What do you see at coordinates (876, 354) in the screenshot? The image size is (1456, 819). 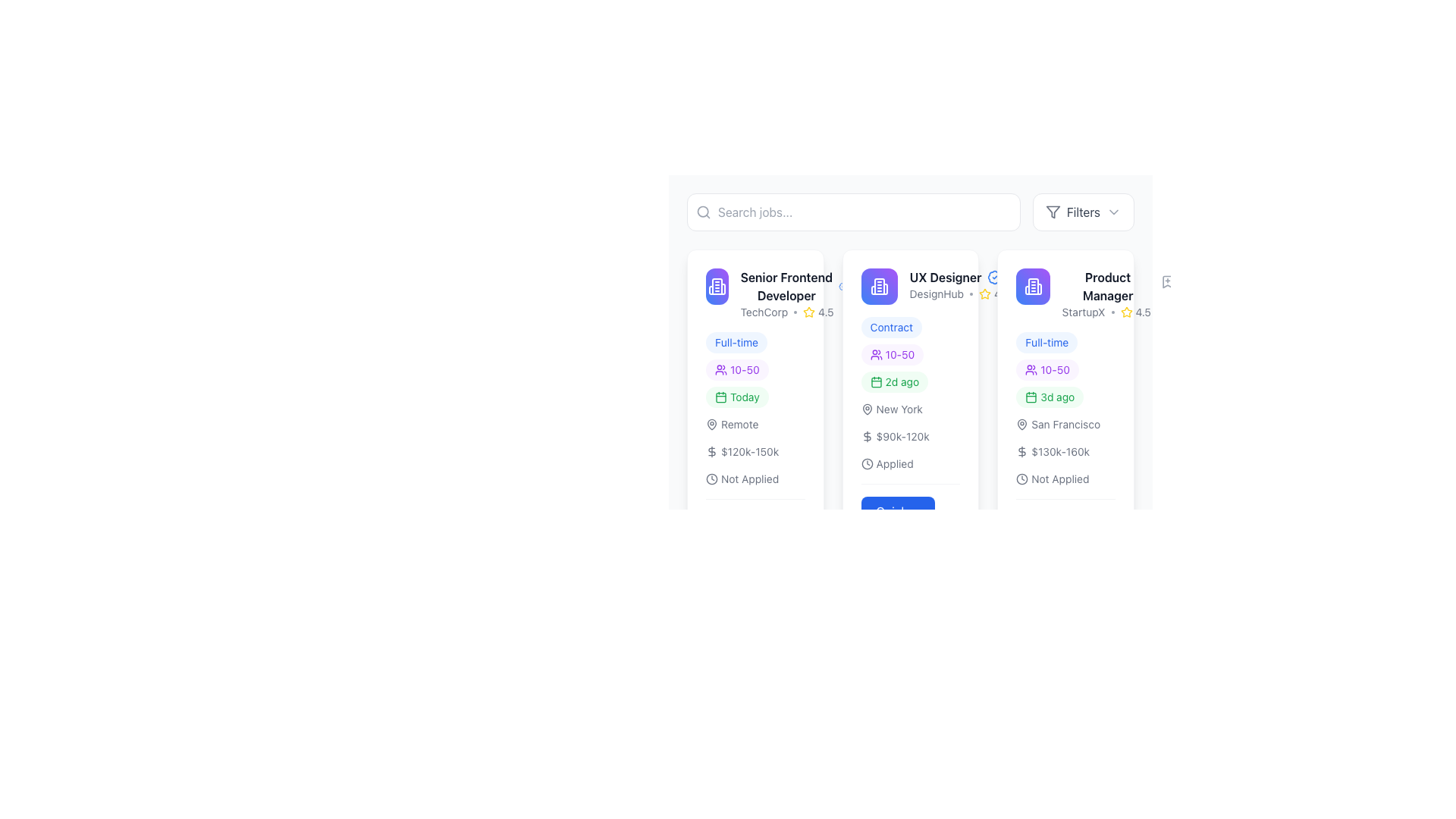 I see `the user silhouette icon within the badge-like component that contains the text '10-50', located at the top of the card representing a role or opportunity` at bounding box center [876, 354].